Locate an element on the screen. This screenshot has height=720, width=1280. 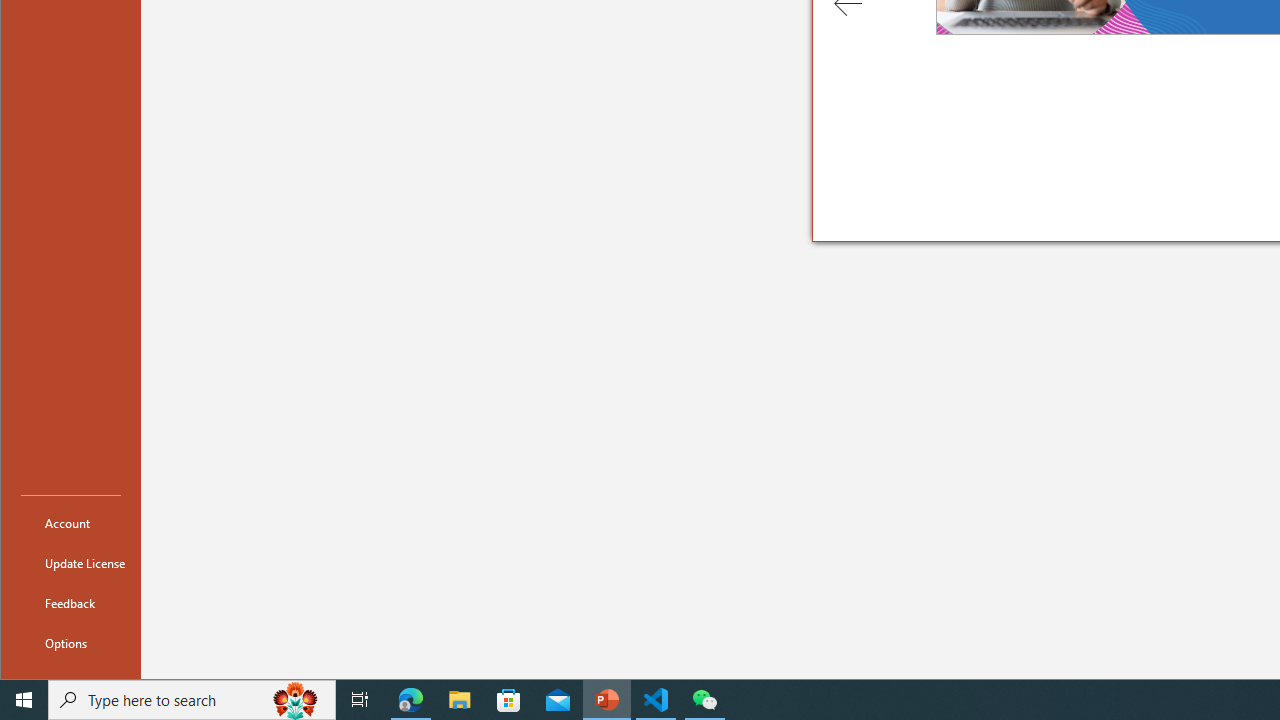
'Start' is located at coordinates (24, 698).